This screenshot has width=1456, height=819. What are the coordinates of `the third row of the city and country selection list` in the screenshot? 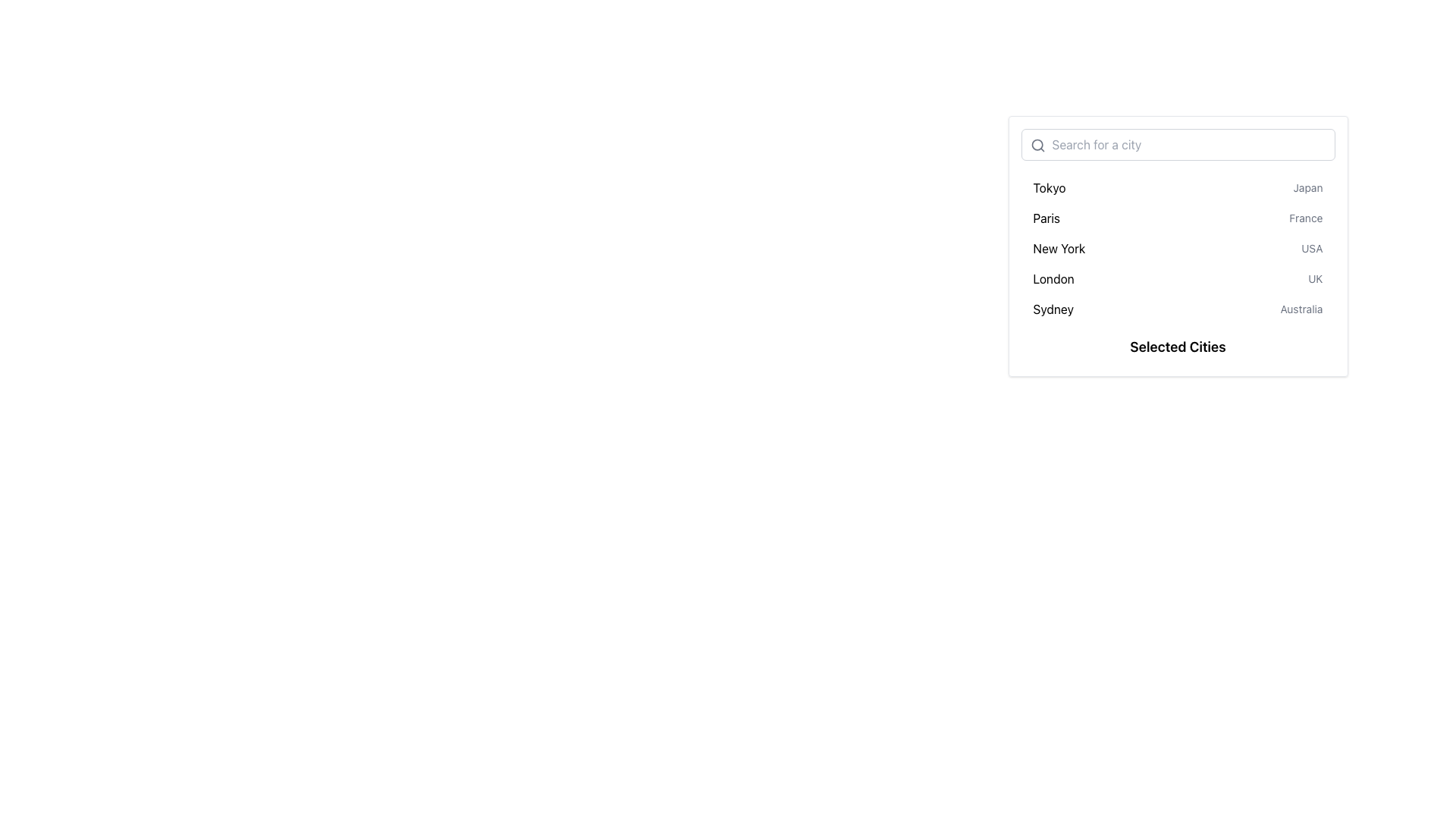 It's located at (1177, 247).